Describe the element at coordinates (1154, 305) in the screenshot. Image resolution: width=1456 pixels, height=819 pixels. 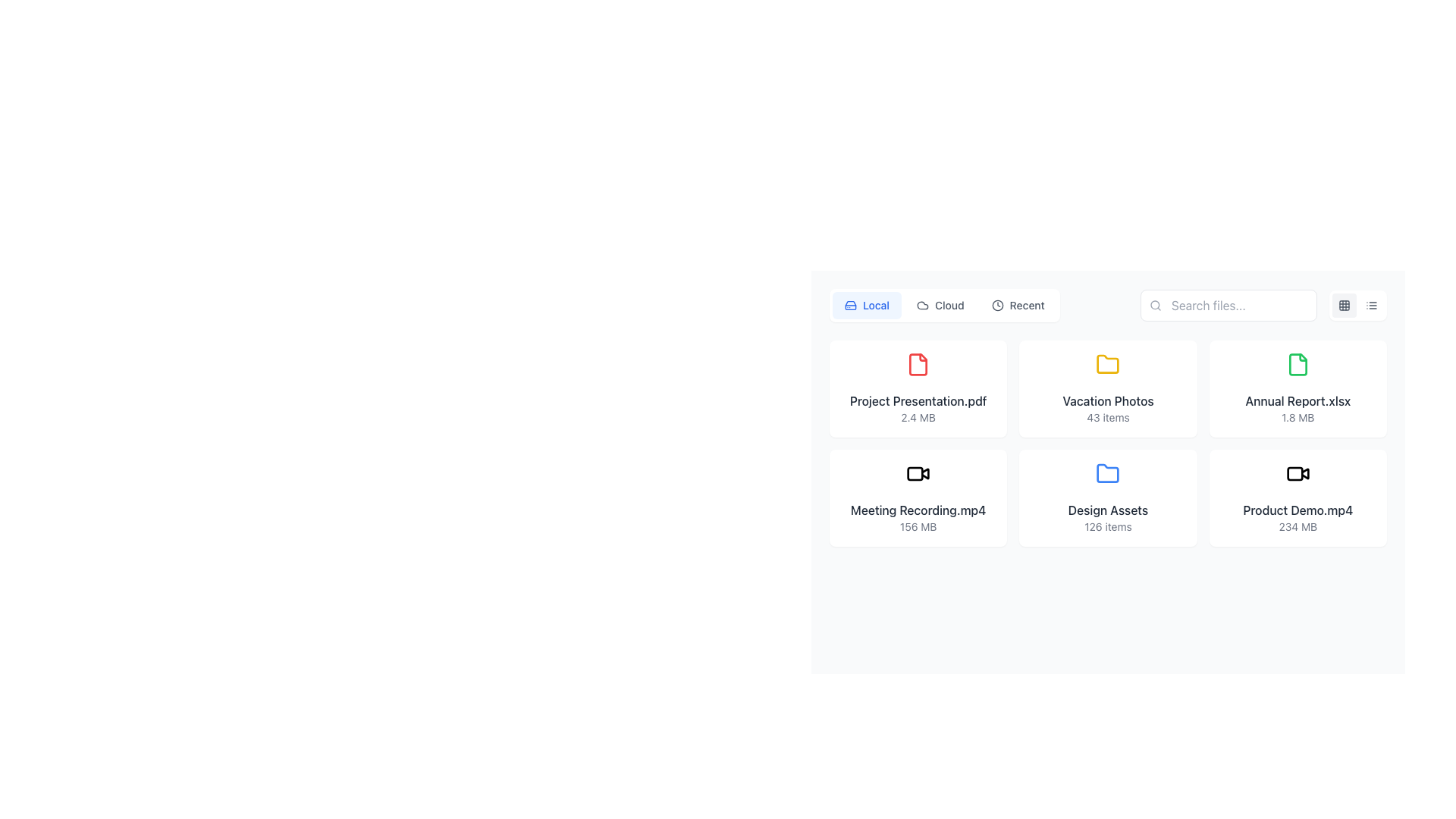
I see `the magnifying glass icon styled as a search symbol located inside the text input field labeled 'Search files...' in the top-right corner of the interface` at that location.